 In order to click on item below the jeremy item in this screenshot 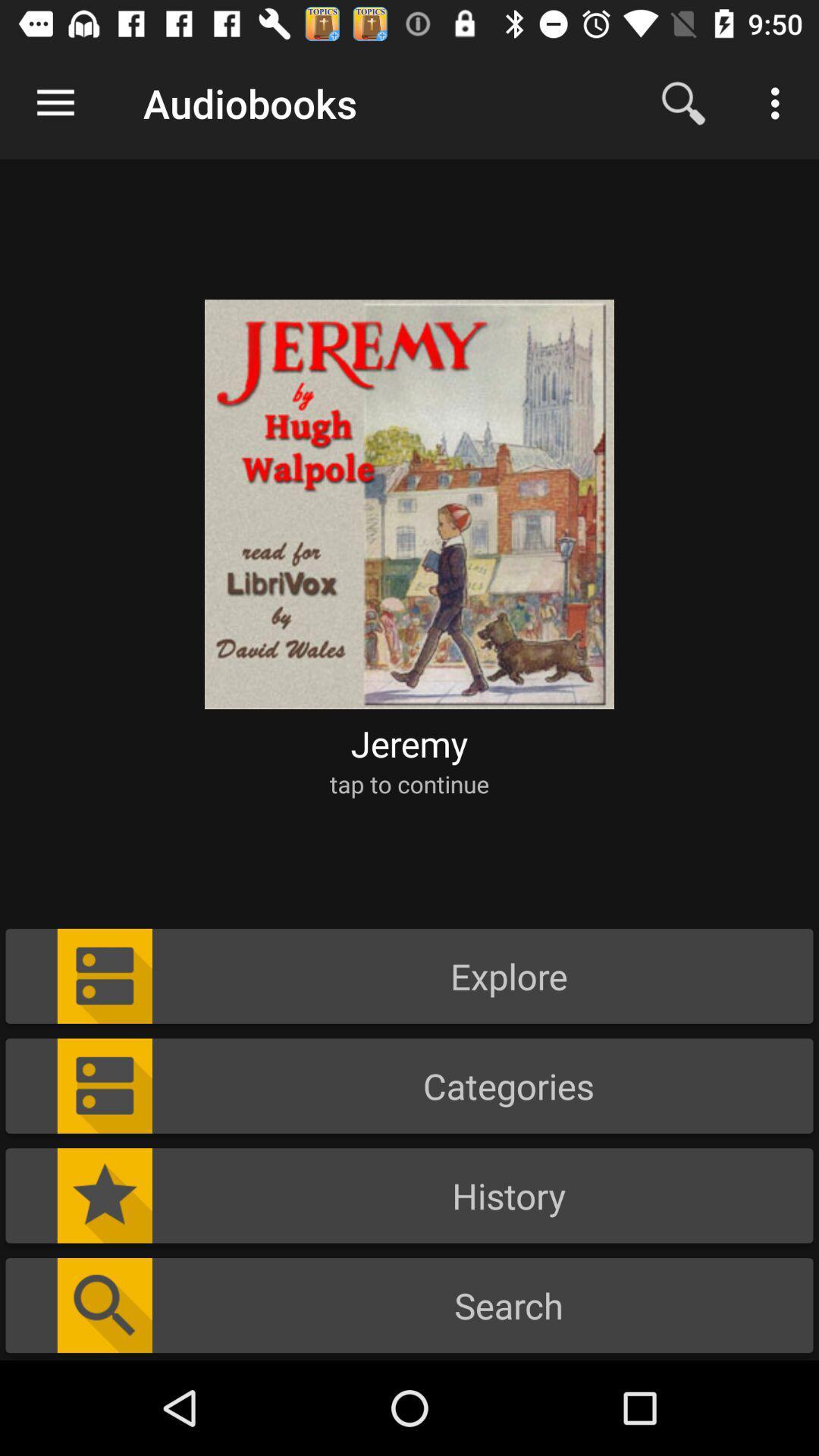, I will do `click(409, 783)`.